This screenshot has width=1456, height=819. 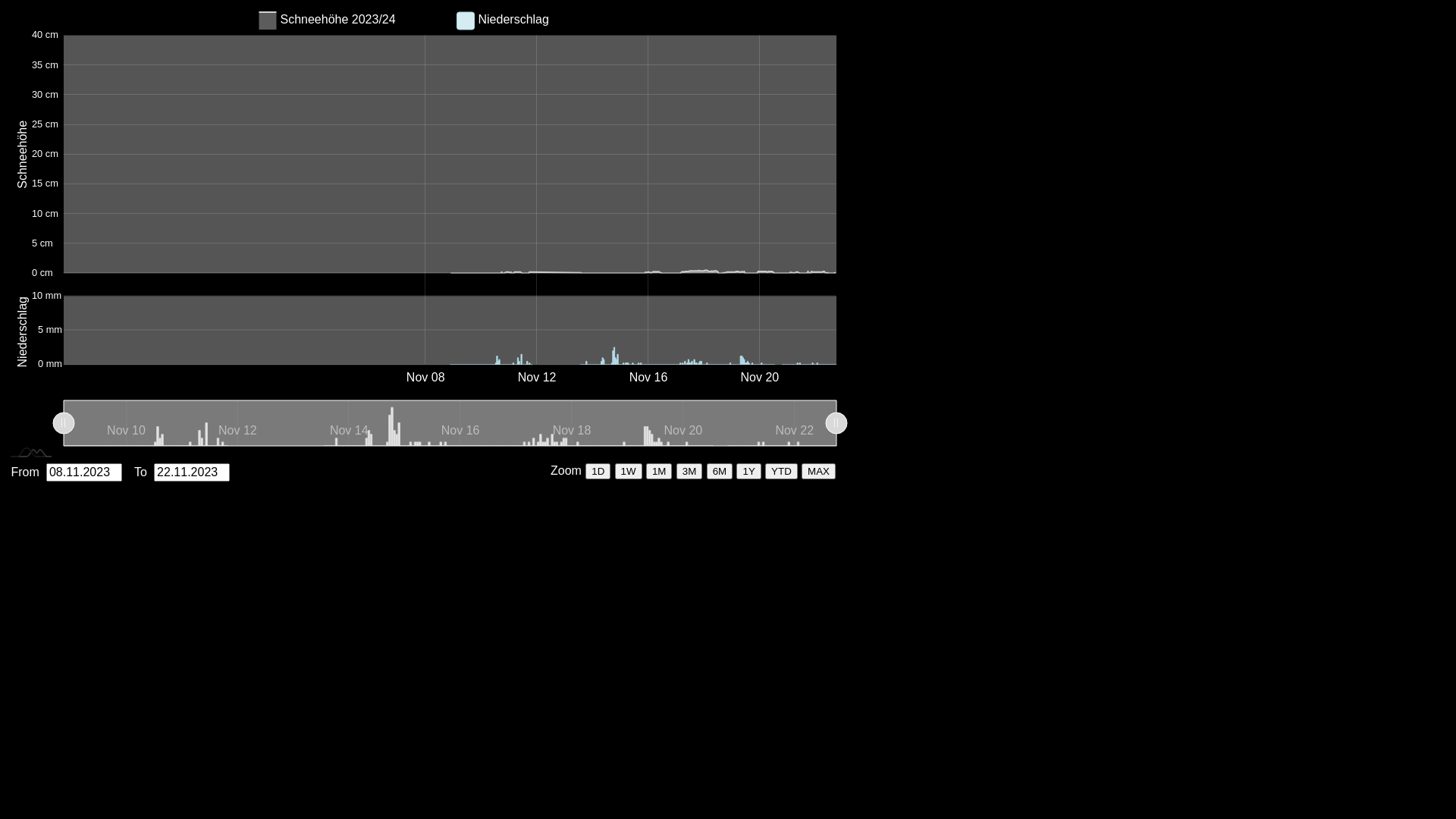 What do you see at coordinates (597, 470) in the screenshot?
I see `'1D'` at bounding box center [597, 470].